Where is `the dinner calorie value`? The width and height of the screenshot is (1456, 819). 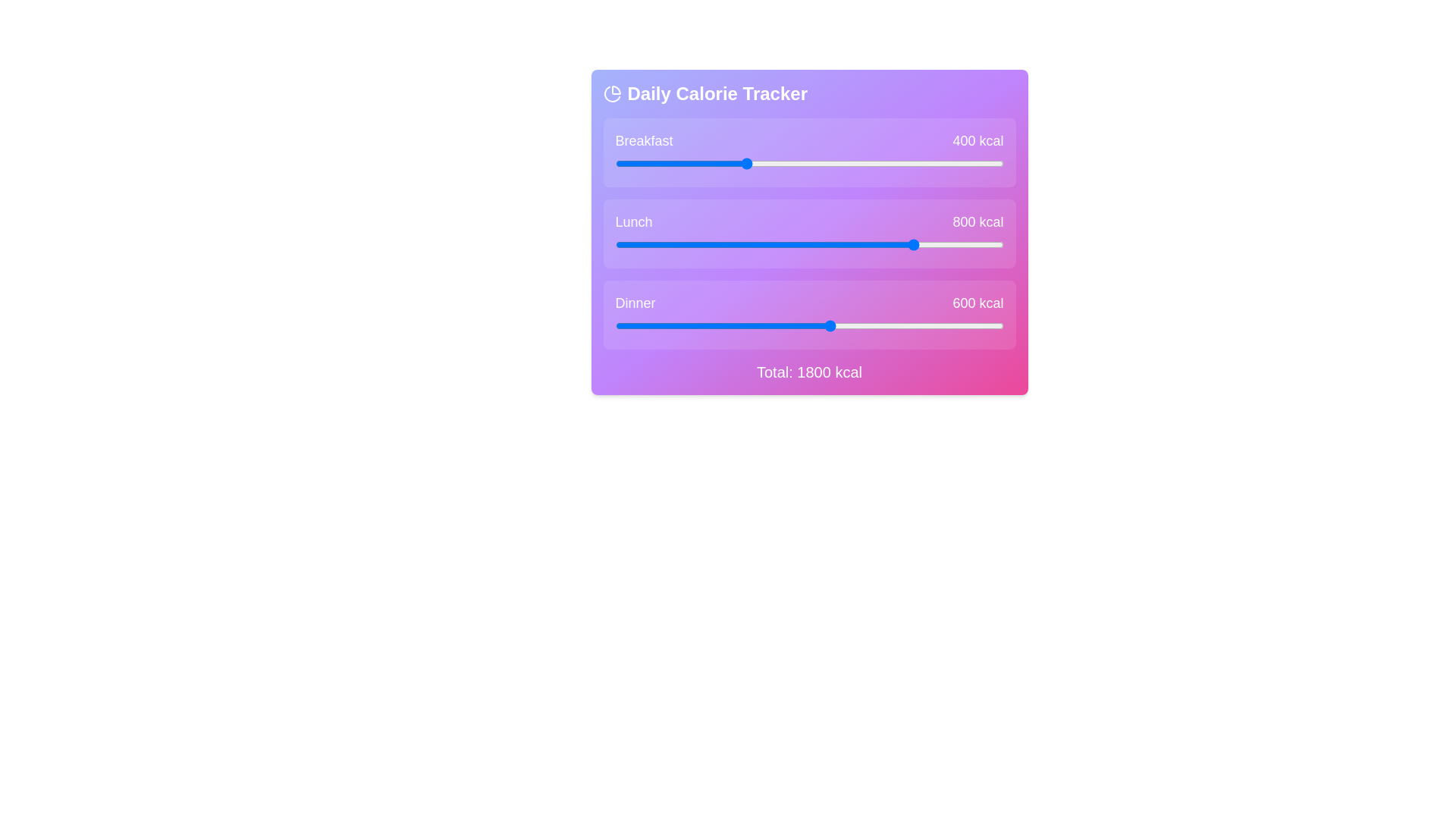
the dinner calorie value is located at coordinates (916, 325).